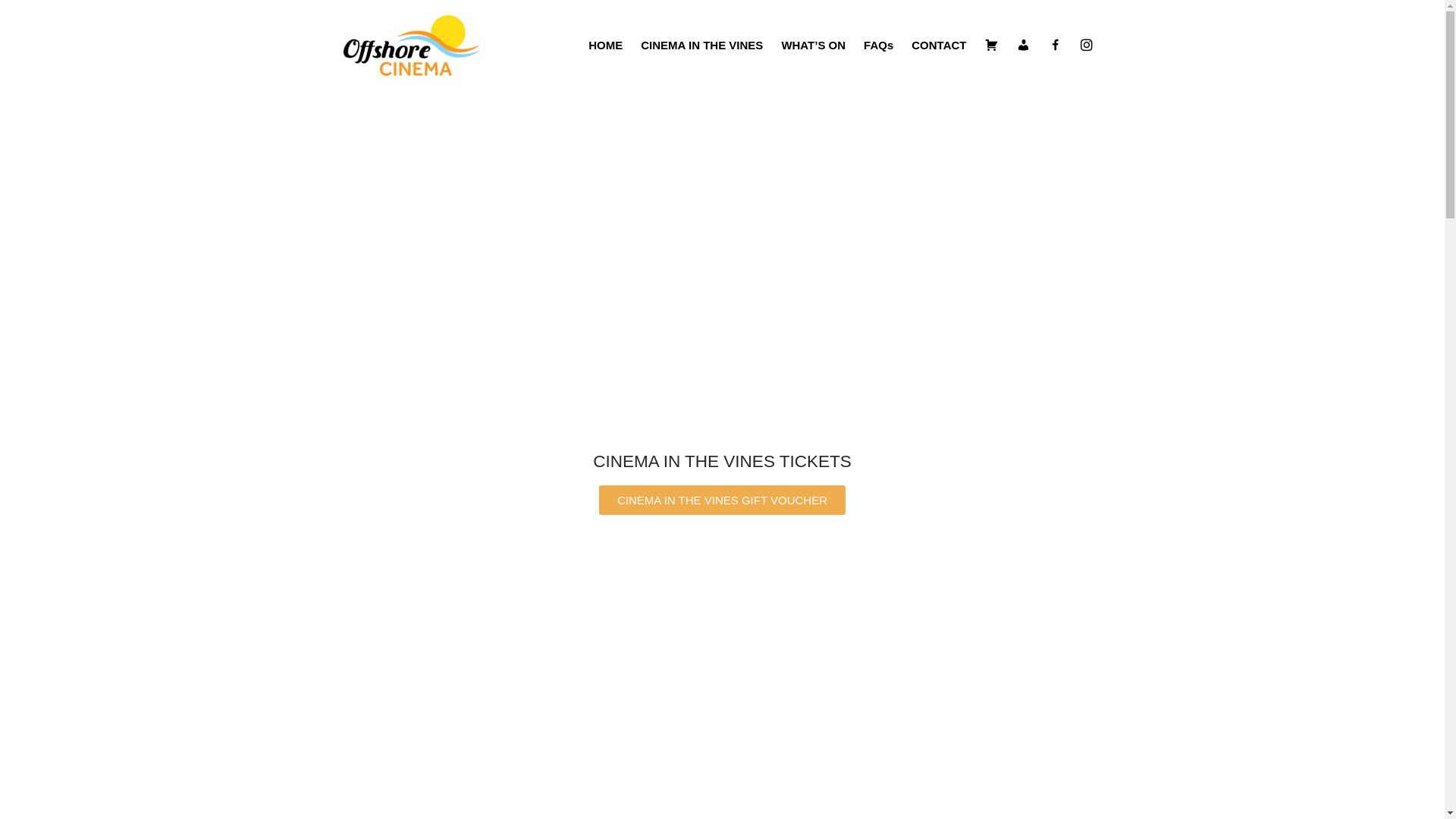 The height and width of the screenshot is (819, 1456). I want to click on 'CINEMA IN THE VINES GIFT VOUCHER', so click(721, 500).